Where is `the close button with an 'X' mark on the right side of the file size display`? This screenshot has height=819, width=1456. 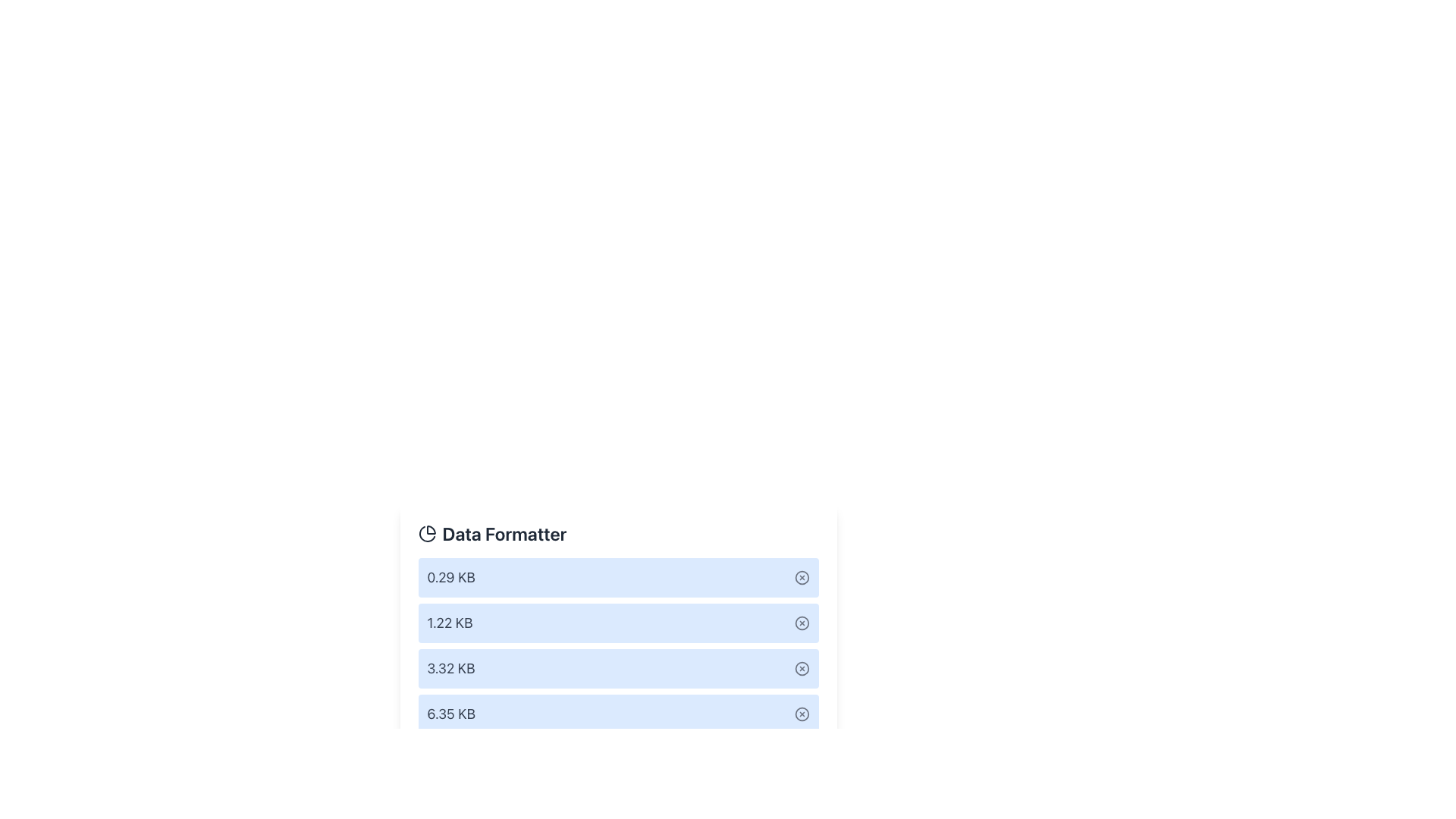
the close button with an 'X' mark on the right side of the file size display is located at coordinates (801, 578).